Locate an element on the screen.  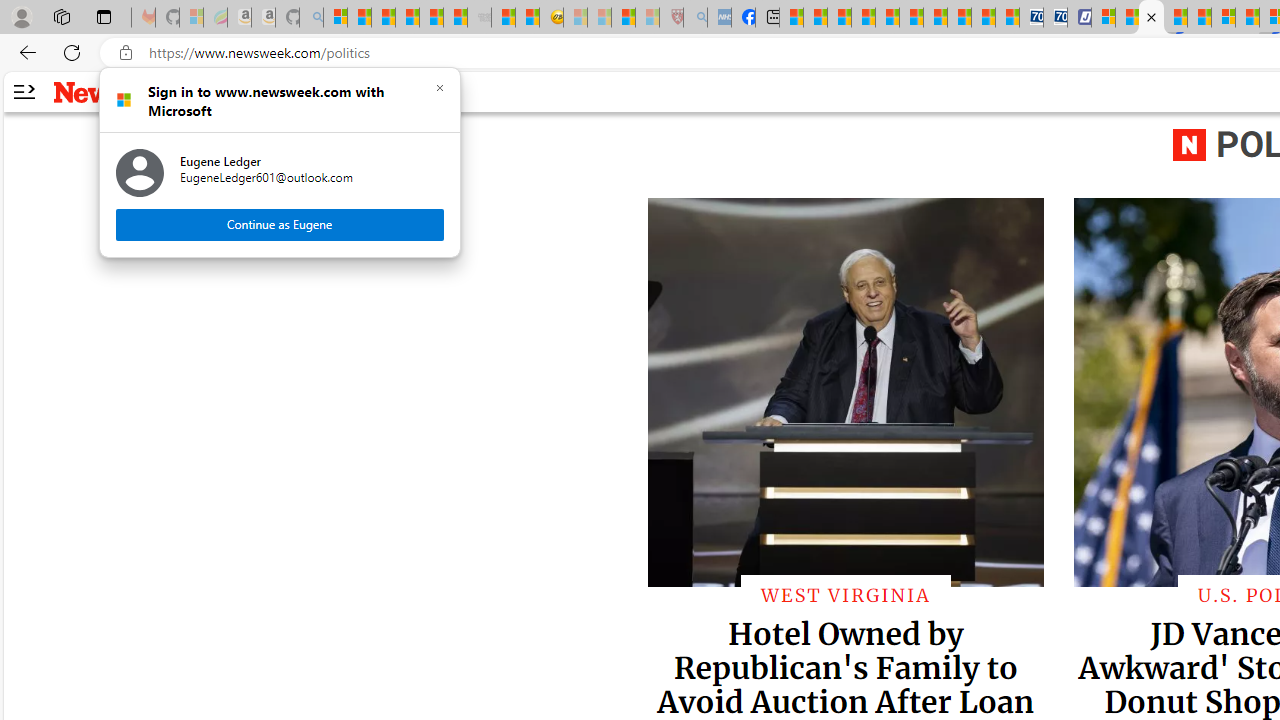
'Cheap Hotels - Save70.com' is located at coordinates (1055, 17).